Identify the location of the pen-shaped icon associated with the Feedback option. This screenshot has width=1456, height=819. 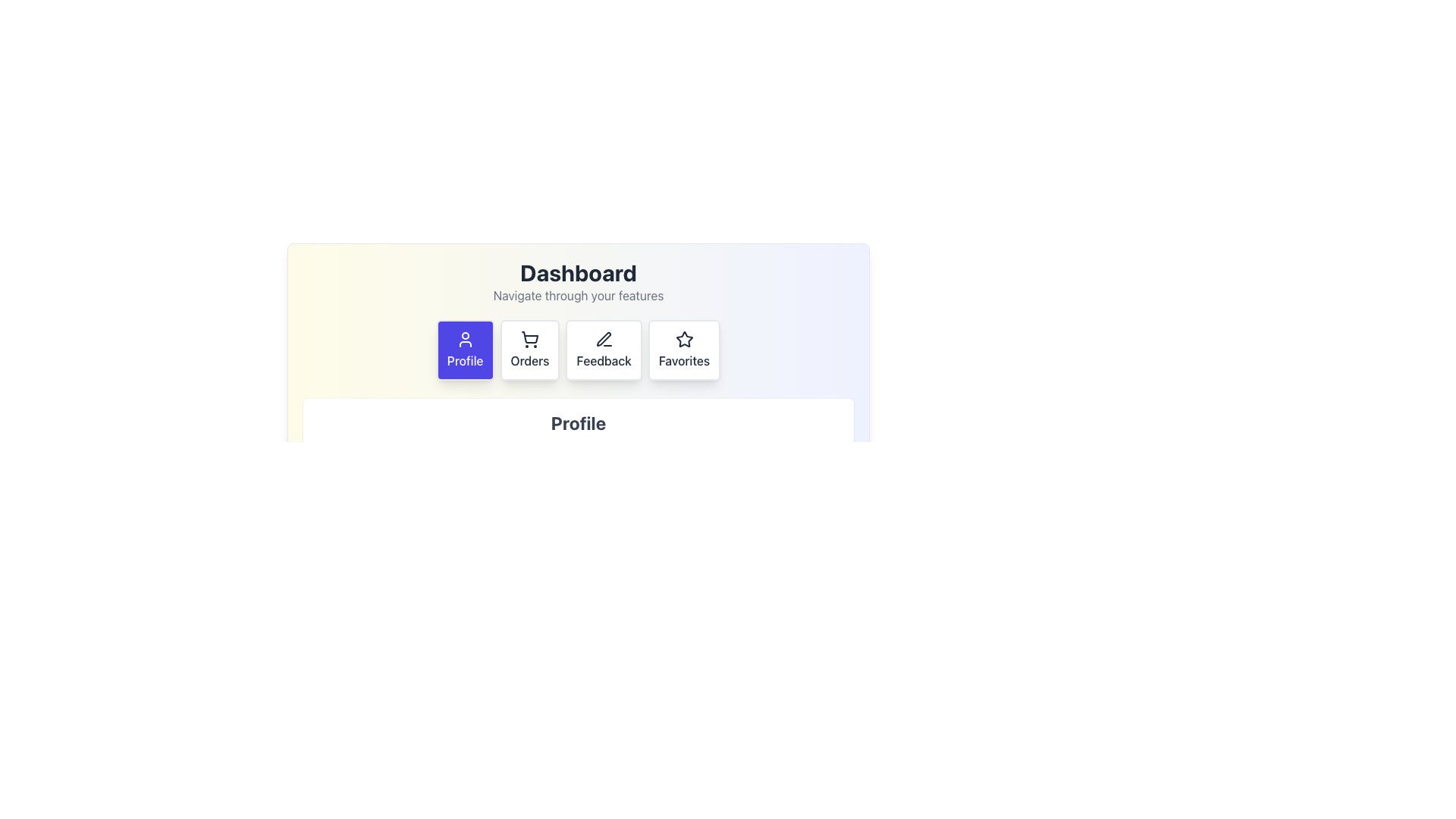
(603, 338).